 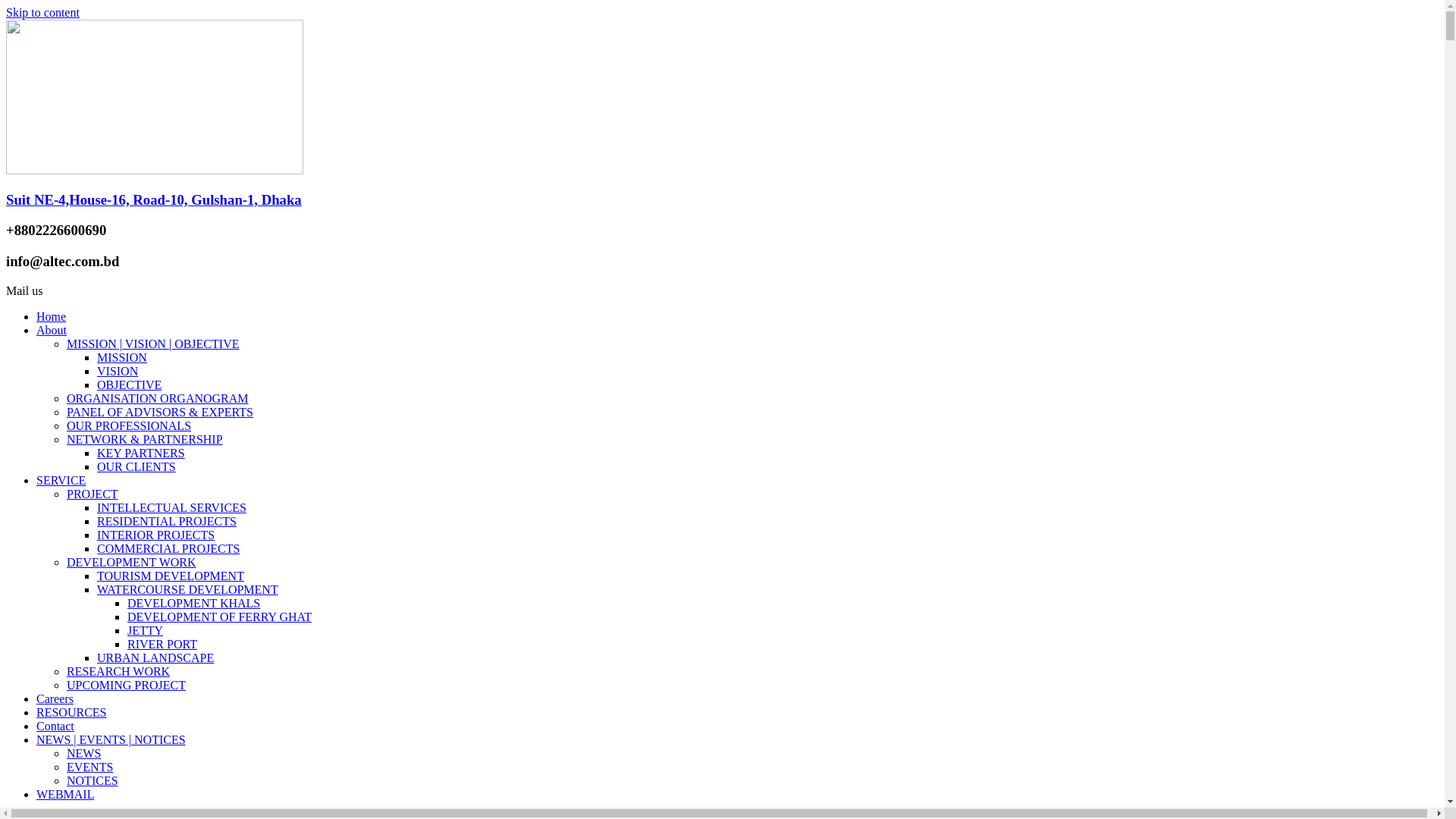 I want to click on 'DEVELOPMENT WORK', so click(x=131, y=562).